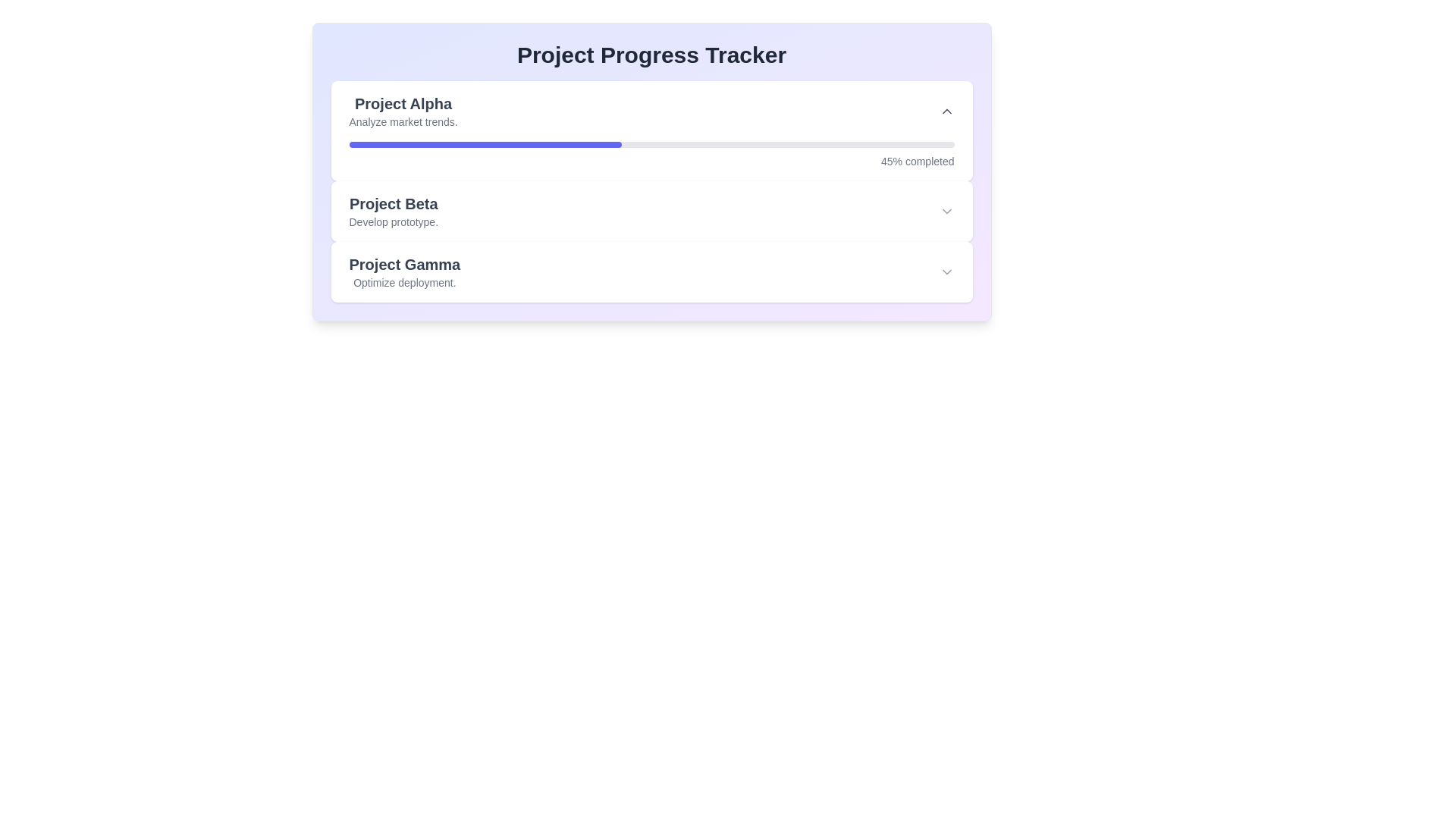 The width and height of the screenshot is (1456, 819). Describe the element at coordinates (394, 203) in the screenshot. I see `the Text Label that serves as the title for the project, positioned between 'Project Alpha' and 'Project Gamma' sections` at that location.